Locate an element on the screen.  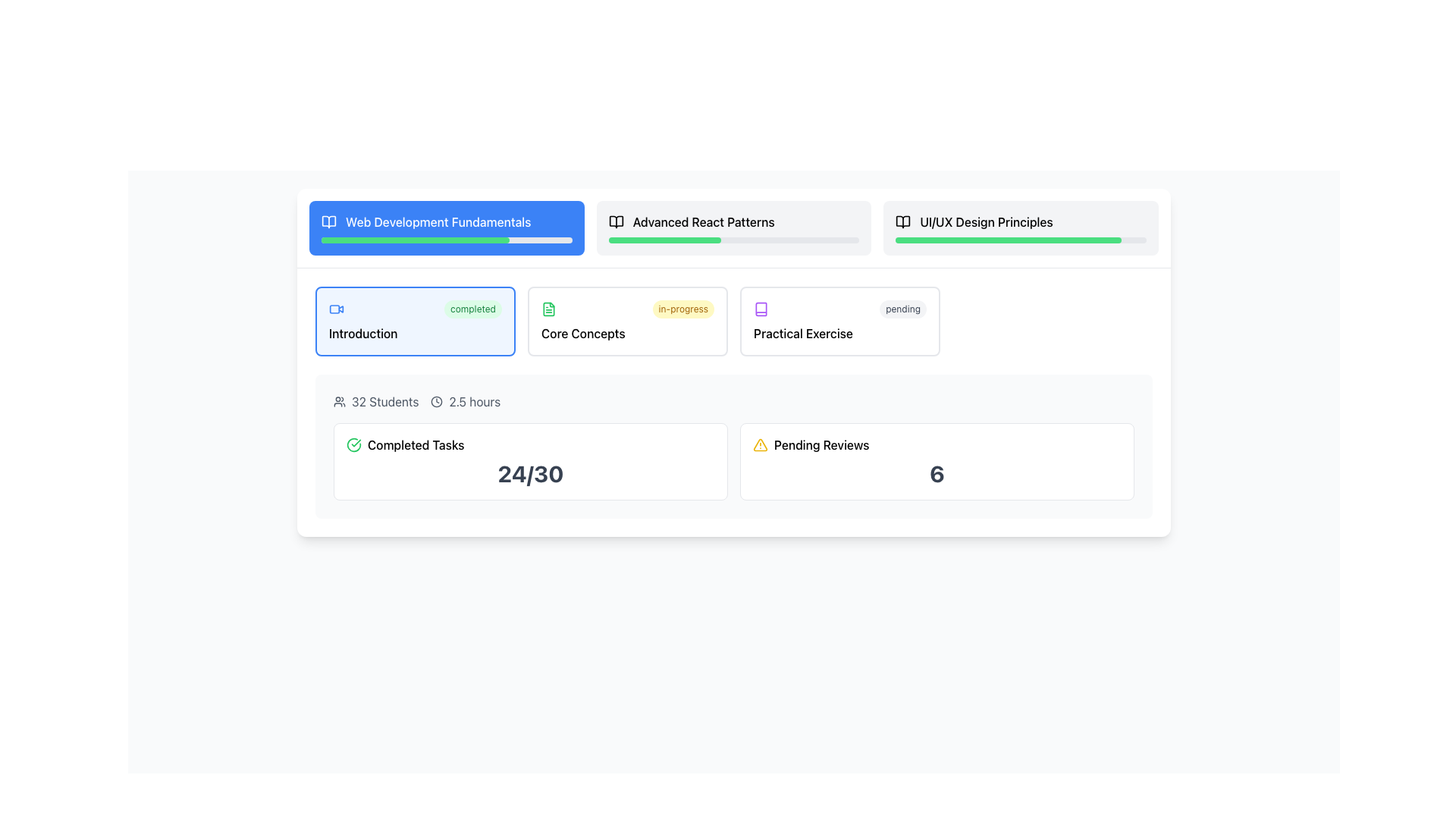
the curved line element within the SVG graphic that visually represents a completed task indicator, positioned as the left component of a circular graphic alongside a green checkmark is located at coordinates (353, 444).